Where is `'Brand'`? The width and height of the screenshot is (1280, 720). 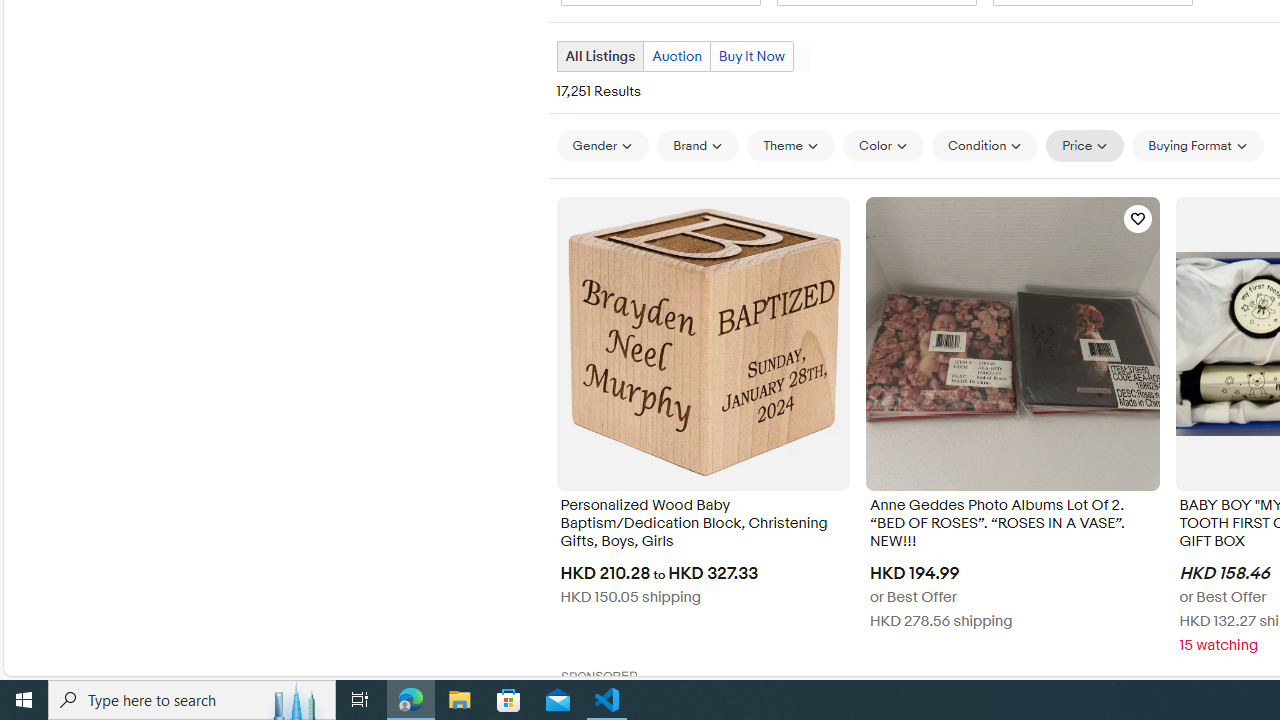
'Brand' is located at coordinates (698, 145).